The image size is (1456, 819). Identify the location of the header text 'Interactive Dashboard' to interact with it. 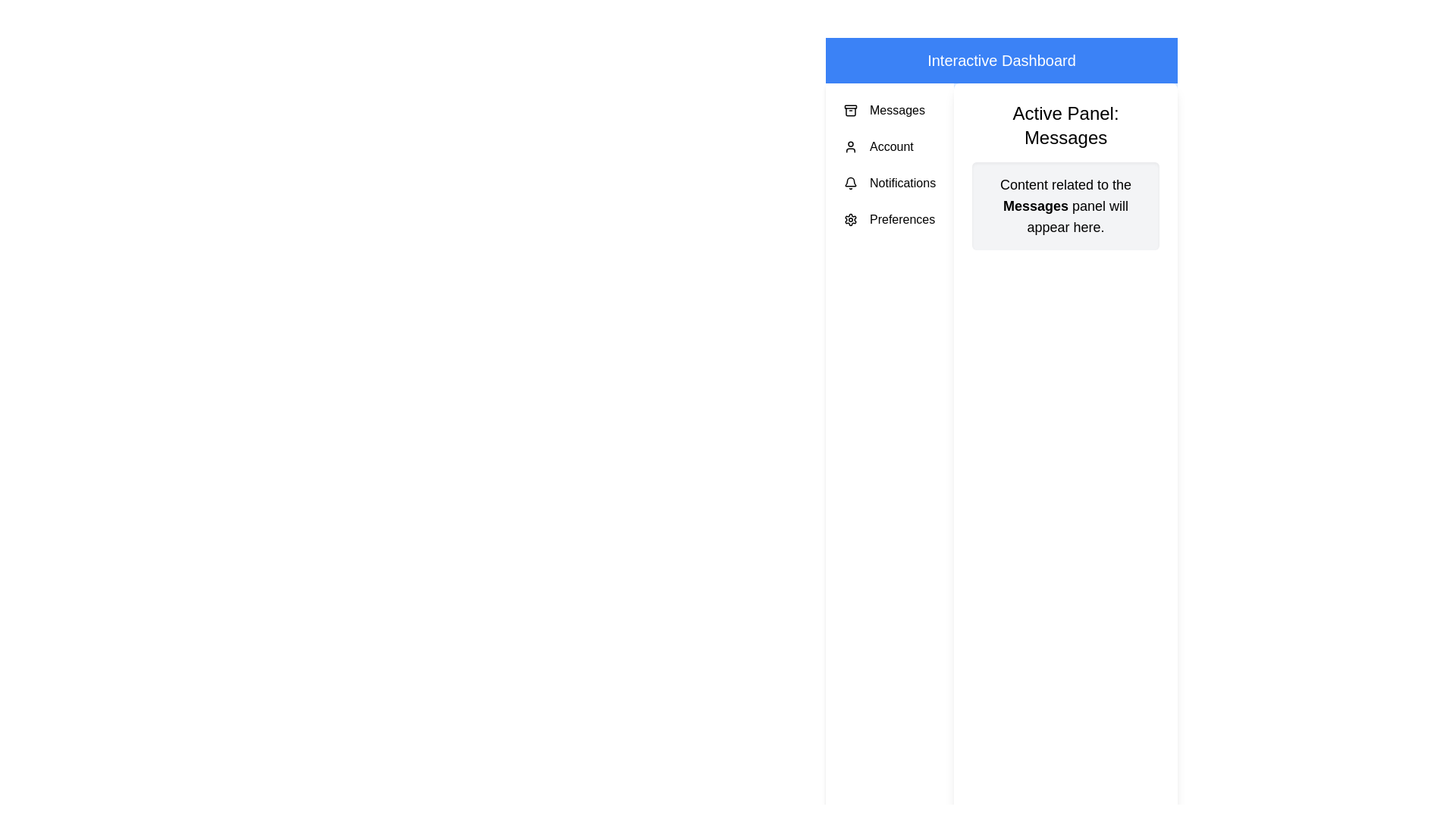
(1001, 60).